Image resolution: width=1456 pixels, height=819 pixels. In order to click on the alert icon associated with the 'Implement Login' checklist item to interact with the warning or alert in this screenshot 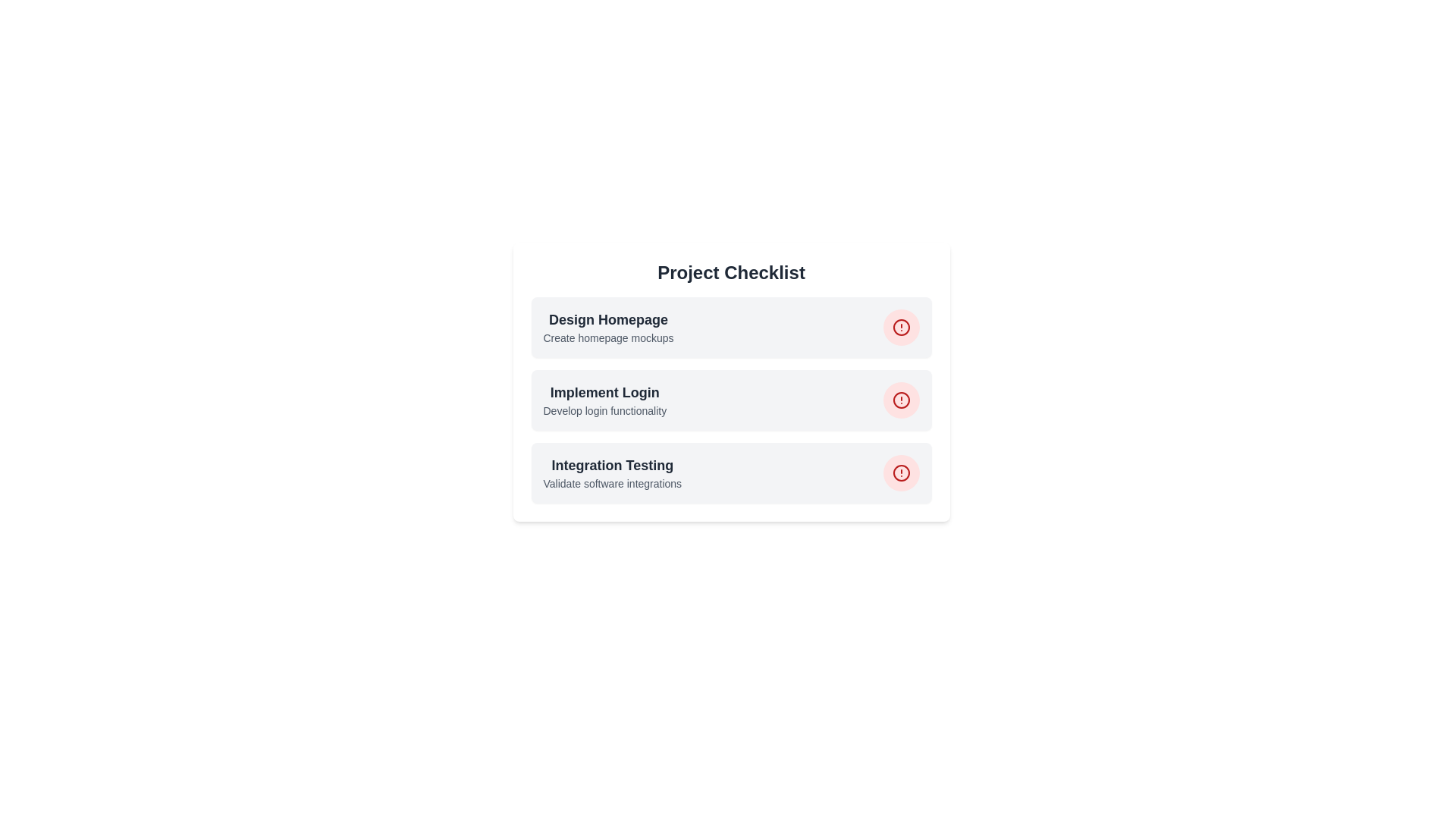, I will do `click(901, 400)`.